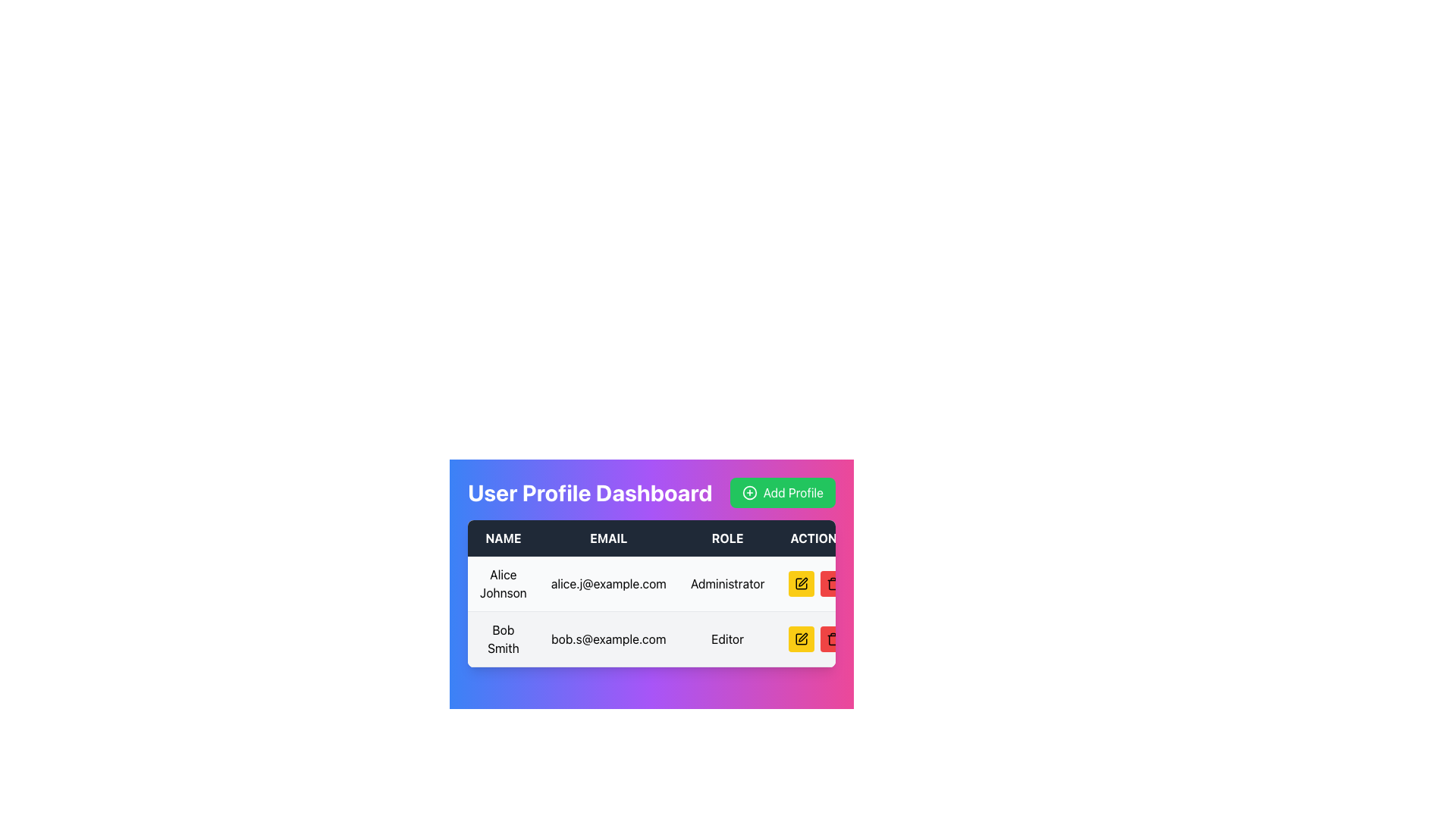 The height and width of the screenshot is (819, 1456). What do you see at coordinates (833, 583) in the screenshot?
I see `the small icon button with a red background and trash can symbol, which is the second button in the 'Action' column of the highlighted table row` at bounding box center [833, 583].